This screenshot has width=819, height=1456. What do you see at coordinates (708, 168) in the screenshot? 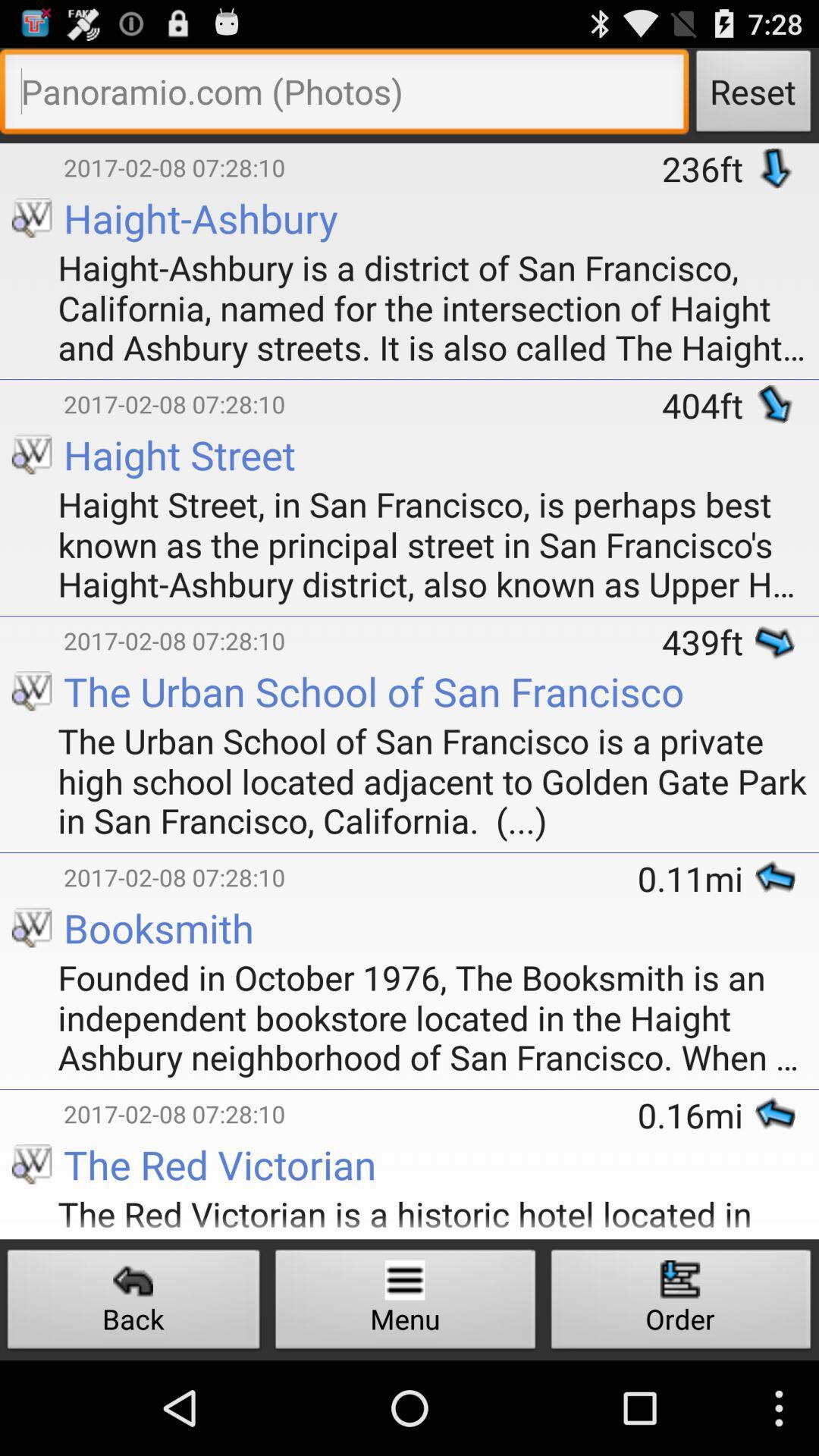
I see `the icon above the haight ashbury is` at bounding box center [708, 168].